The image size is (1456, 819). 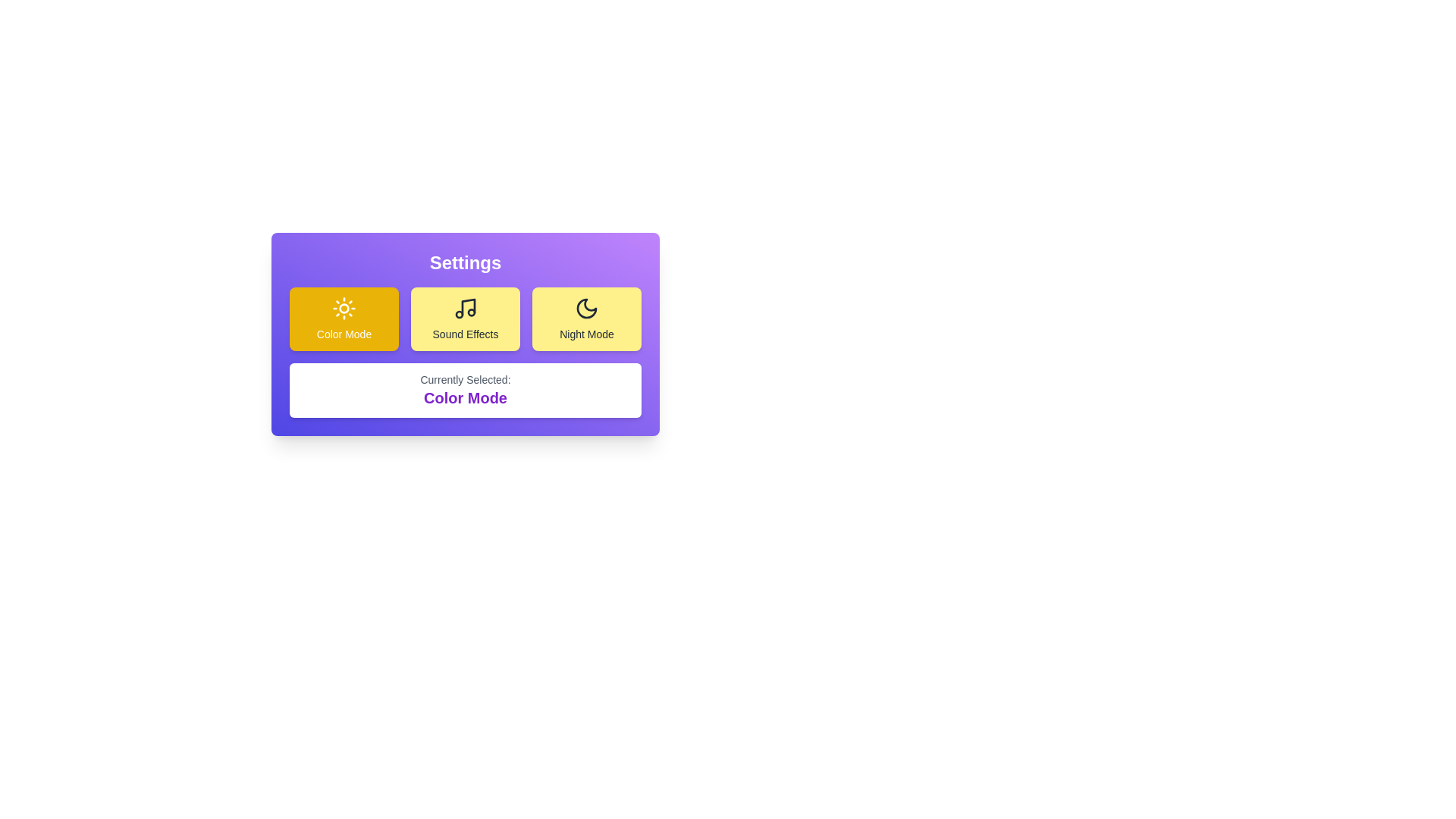 I want to click on the button corresponding to the preference option 'Night Mode', so click(x=585, y=318).